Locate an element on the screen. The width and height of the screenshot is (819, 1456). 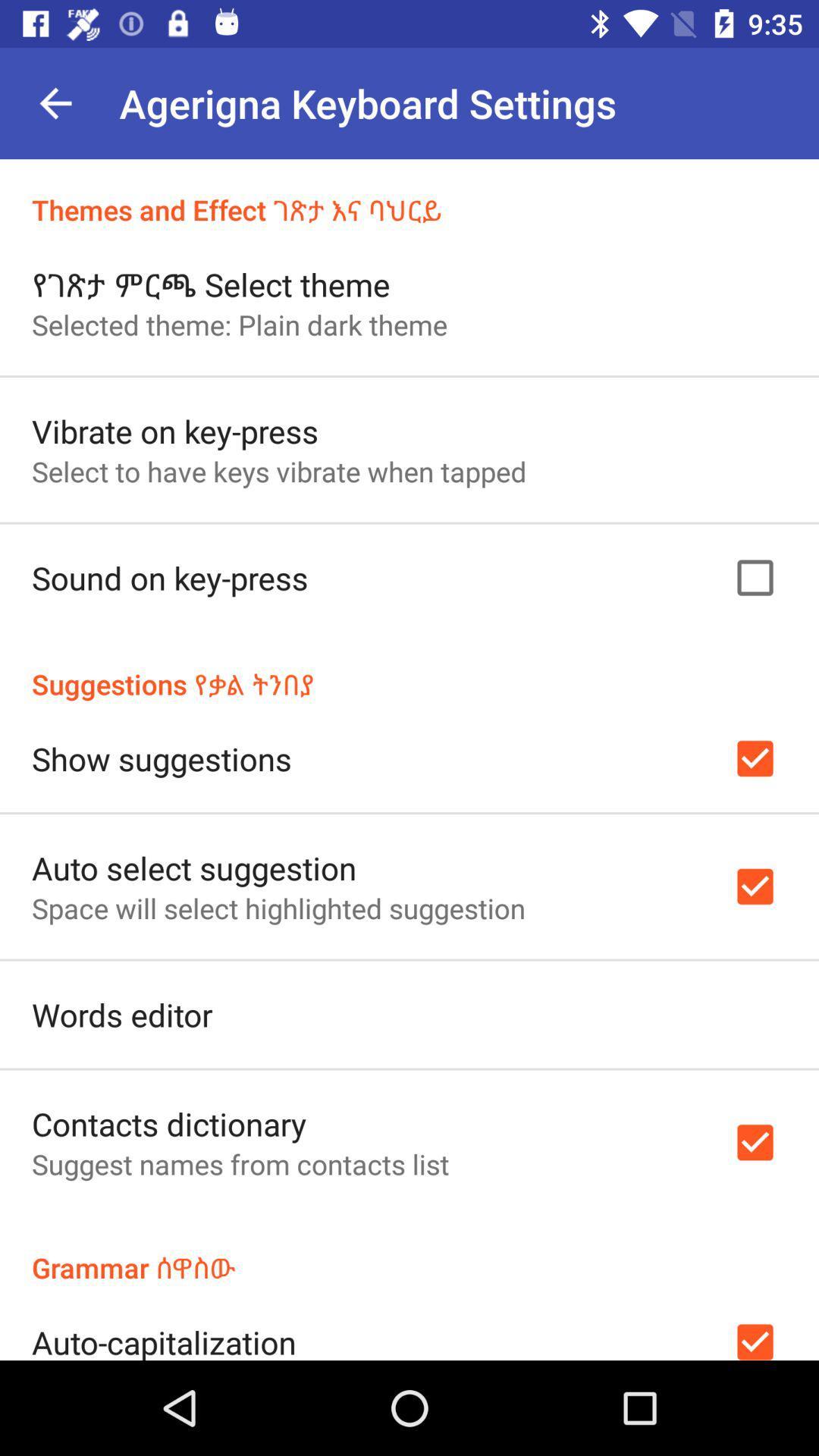
show suggestions is located at coordinates (162, 758).